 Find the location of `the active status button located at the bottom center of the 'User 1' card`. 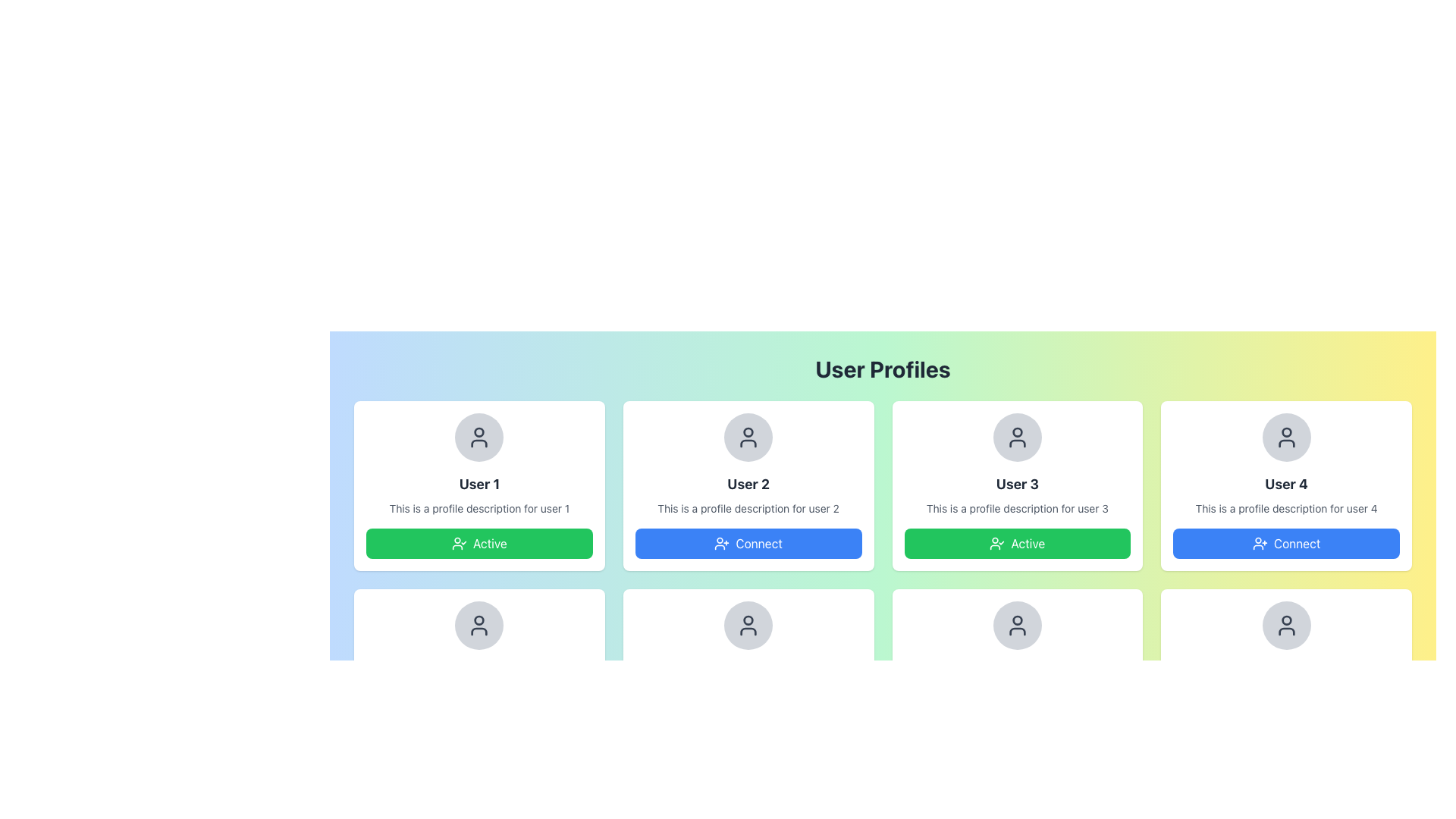

the active status button located at the bottom center of the 'User 1' card is located at coordinates (479, 543).